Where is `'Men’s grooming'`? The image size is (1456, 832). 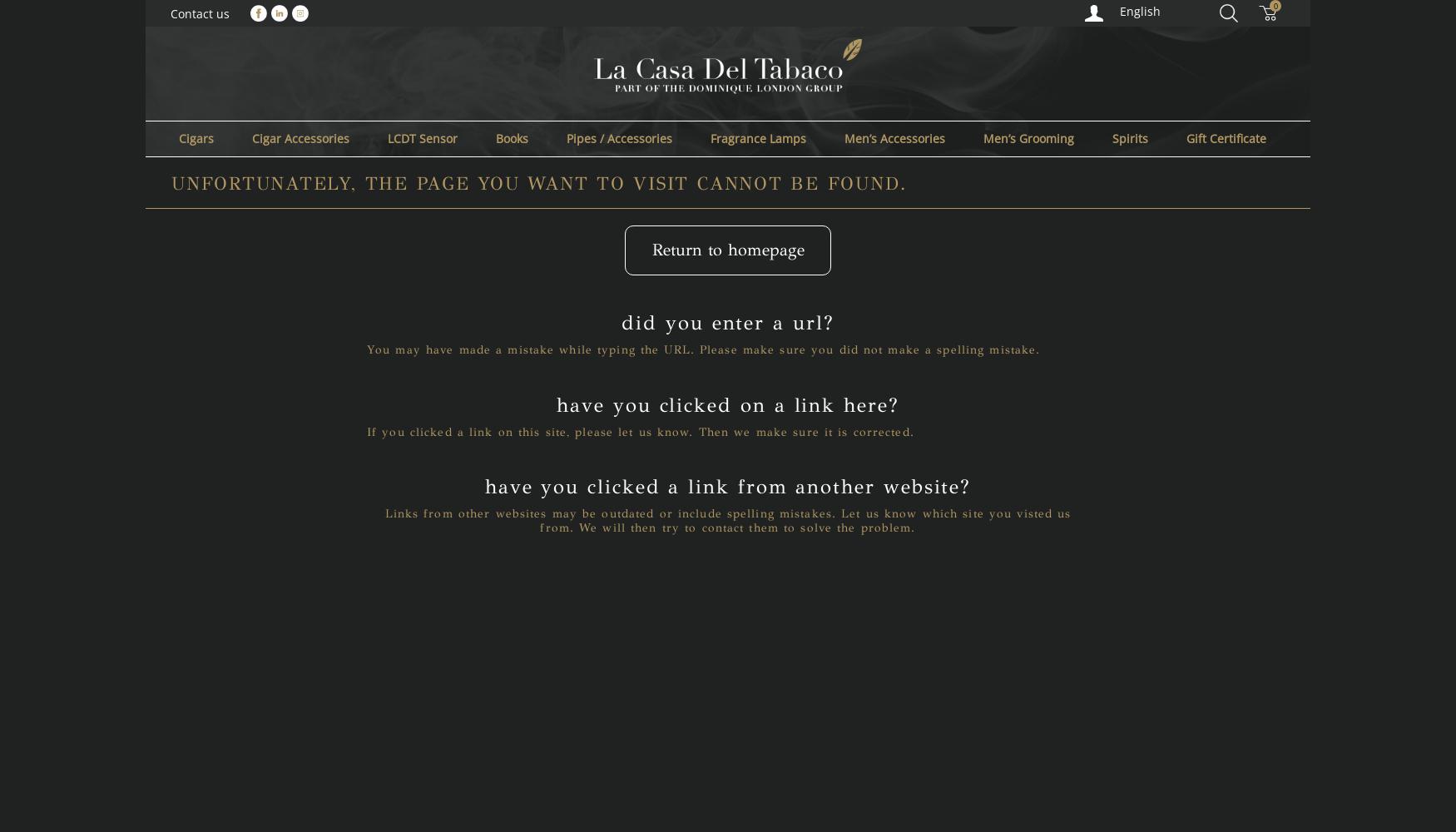
'Men’s grooming' is located at coordinates (1028, 137).